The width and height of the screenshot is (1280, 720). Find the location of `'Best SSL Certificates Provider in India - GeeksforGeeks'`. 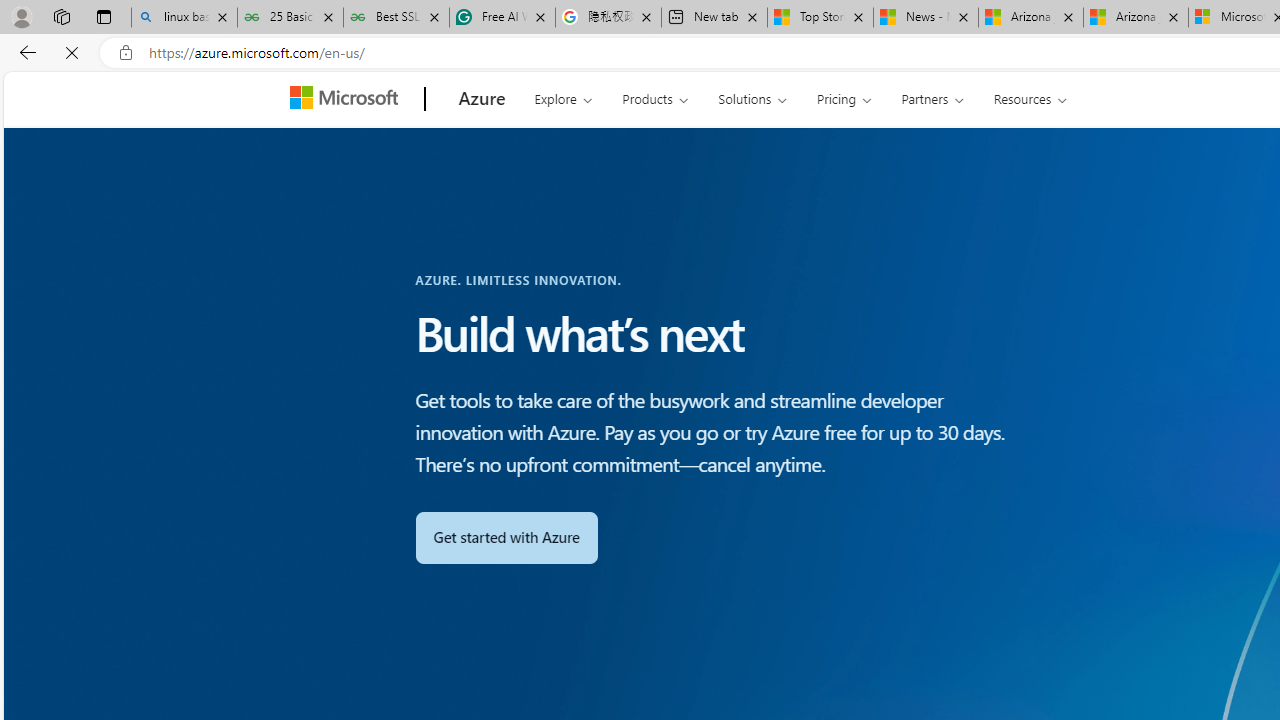

'Best SSL Certificates Provider in India - GeeksforGeeks' is located at coordinates (396, 17).